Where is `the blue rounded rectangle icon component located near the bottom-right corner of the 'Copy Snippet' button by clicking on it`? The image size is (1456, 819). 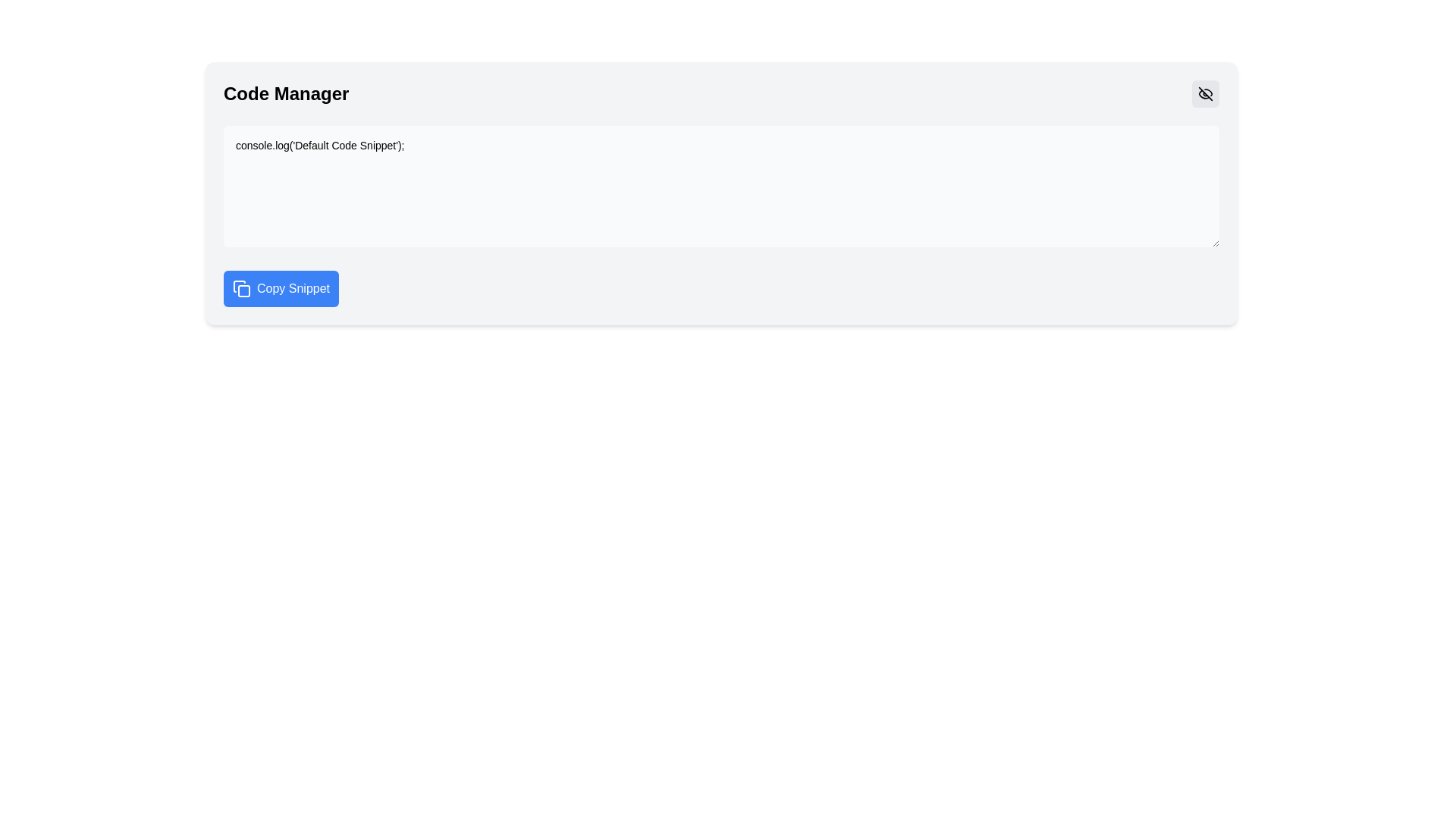
the blue rounded rectangle icon component located near the bottom-right corner of the 'Copy Snippet' button by clicking on it is located at coordinates (243, 291).